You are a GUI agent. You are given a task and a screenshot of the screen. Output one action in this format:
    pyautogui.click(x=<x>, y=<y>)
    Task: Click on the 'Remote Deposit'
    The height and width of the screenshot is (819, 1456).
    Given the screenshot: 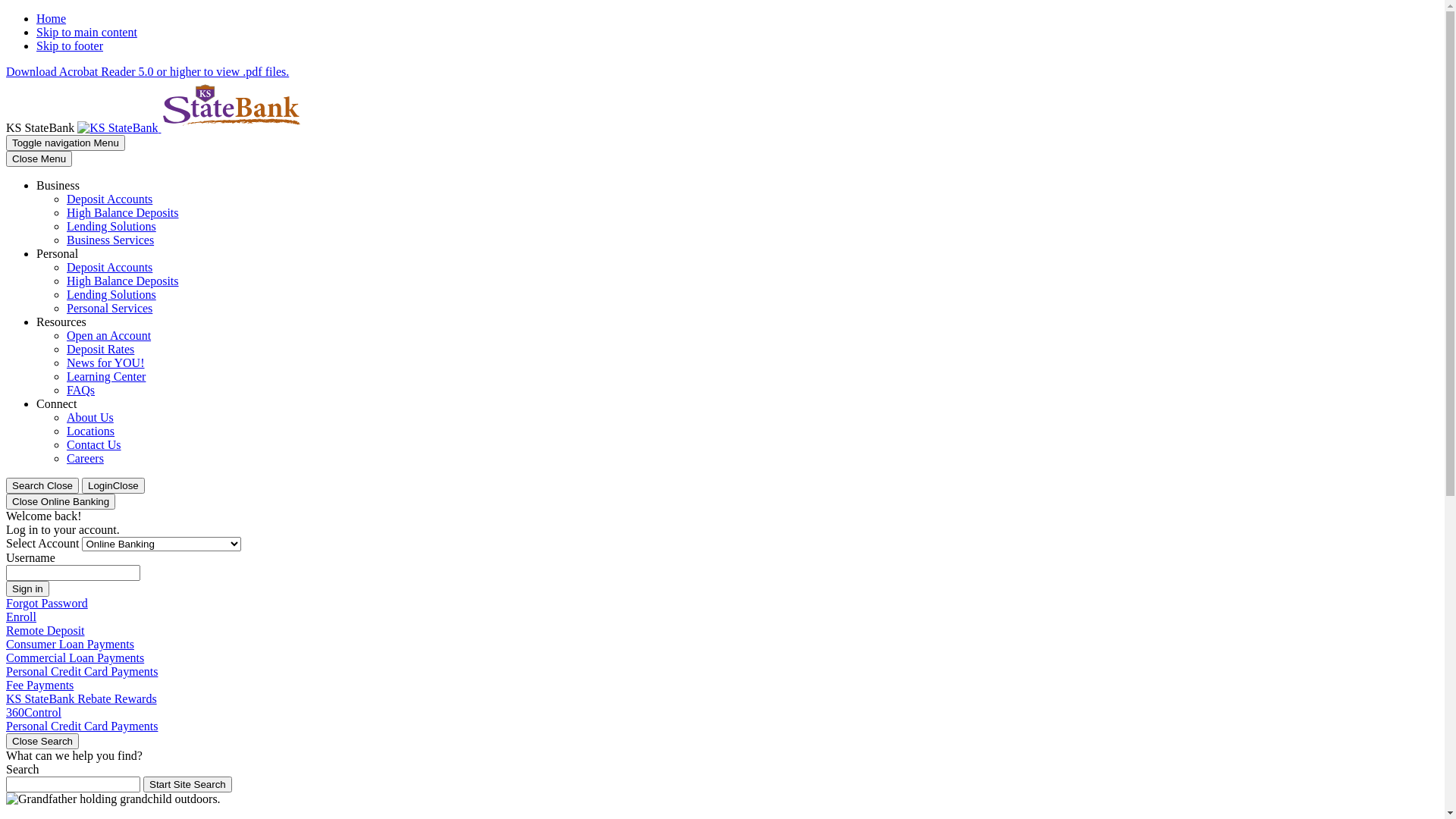 What is the action you would take?
    pyautogui.click(x=45, y=630)
    